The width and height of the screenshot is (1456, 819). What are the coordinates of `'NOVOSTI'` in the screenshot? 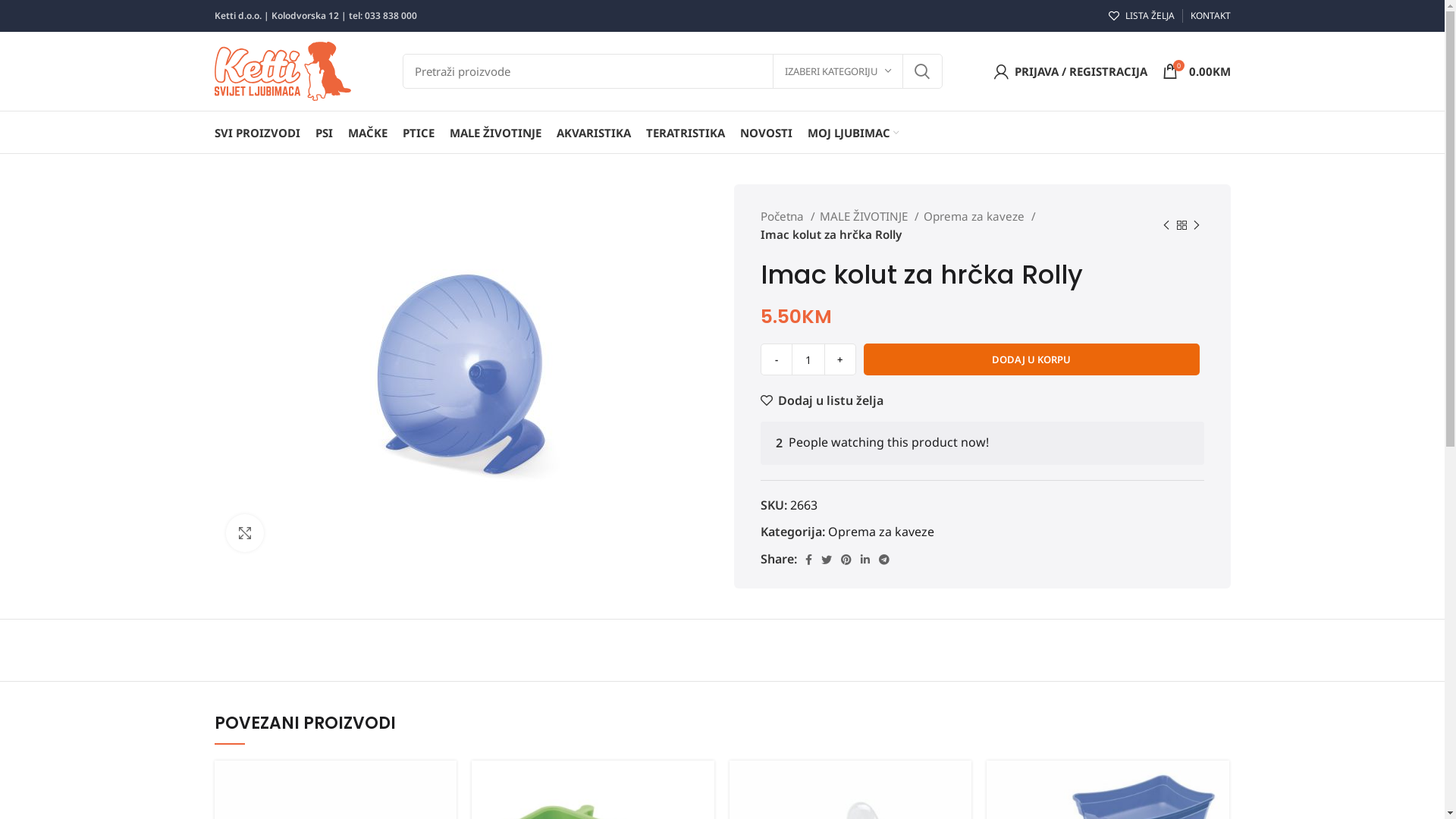 It's located at (732, 130).